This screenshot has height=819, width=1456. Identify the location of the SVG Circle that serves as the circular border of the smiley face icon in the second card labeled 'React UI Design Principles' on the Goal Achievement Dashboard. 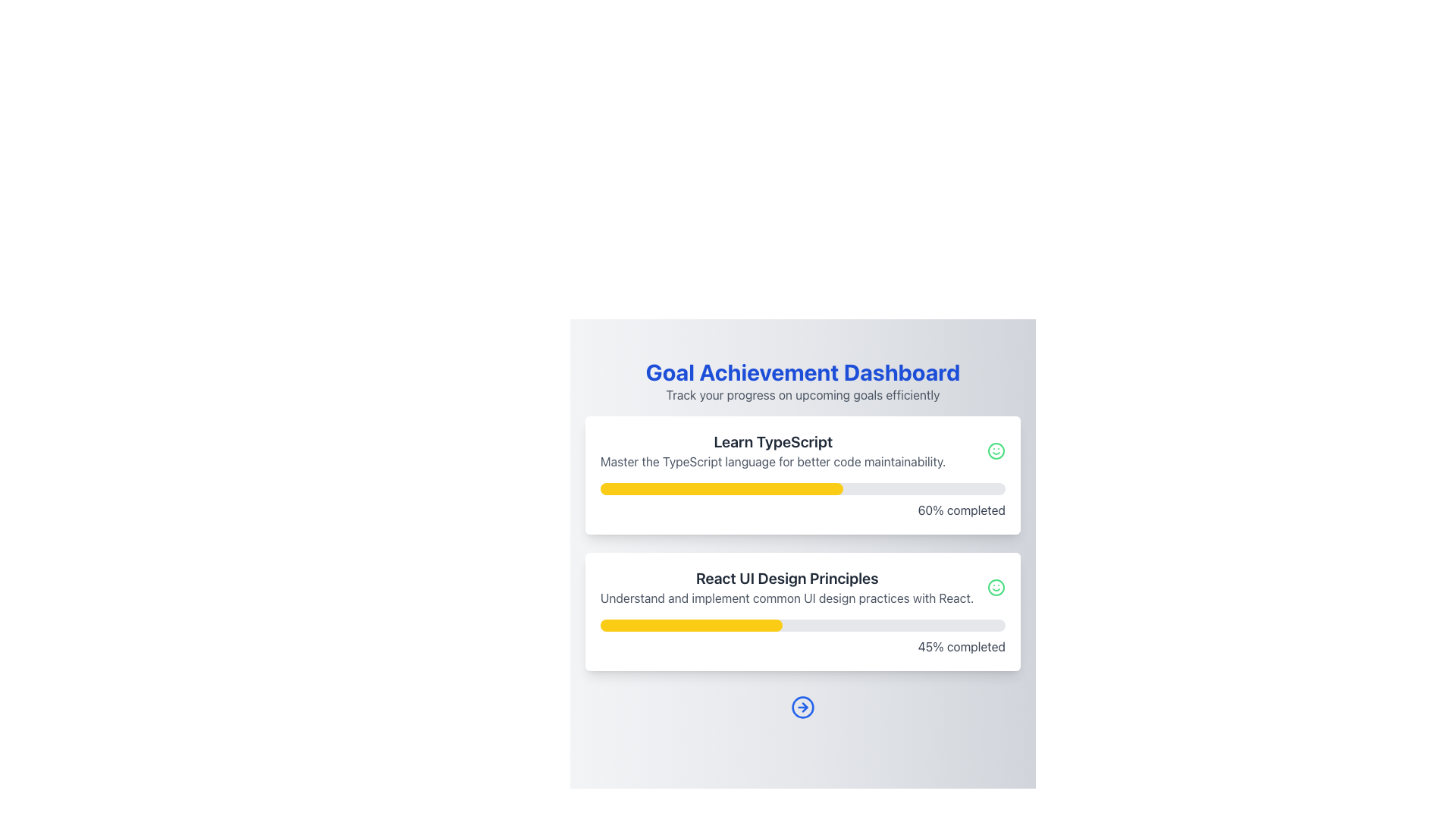
(996, 587).